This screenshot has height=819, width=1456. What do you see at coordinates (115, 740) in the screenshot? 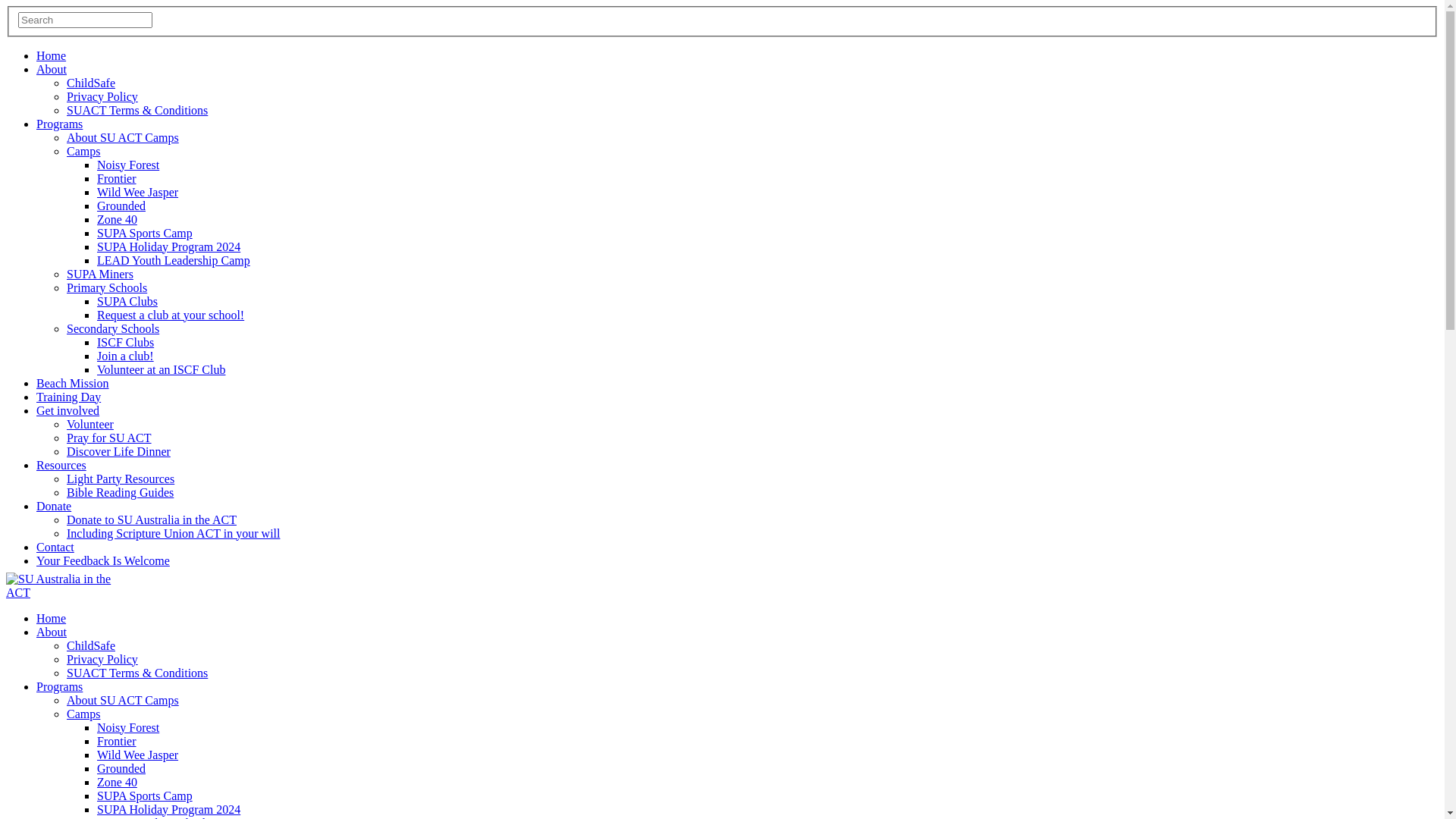
I see `'Frontier'` at bounding box center [115, 740].